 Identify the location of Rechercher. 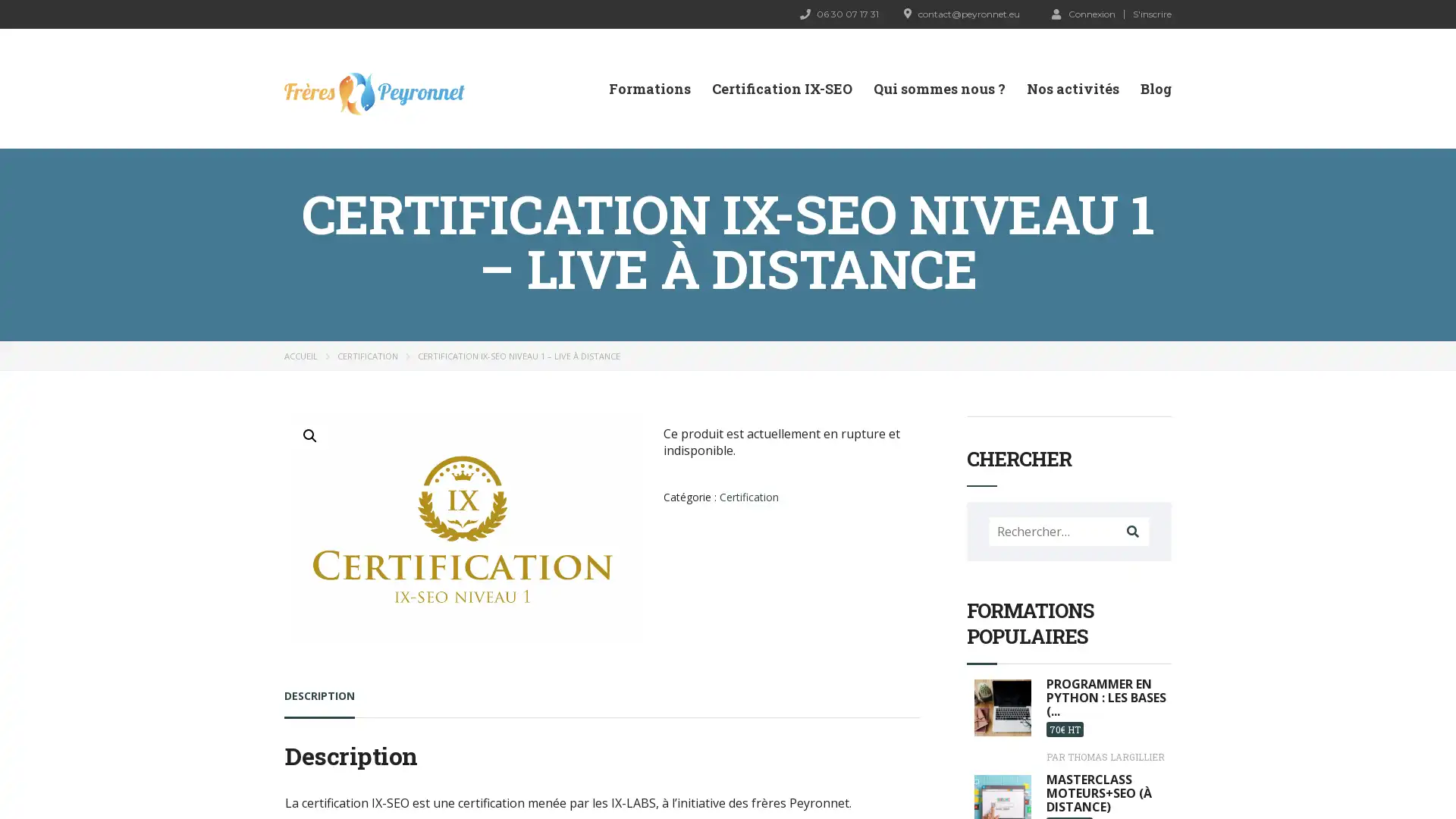
(1132, 531).